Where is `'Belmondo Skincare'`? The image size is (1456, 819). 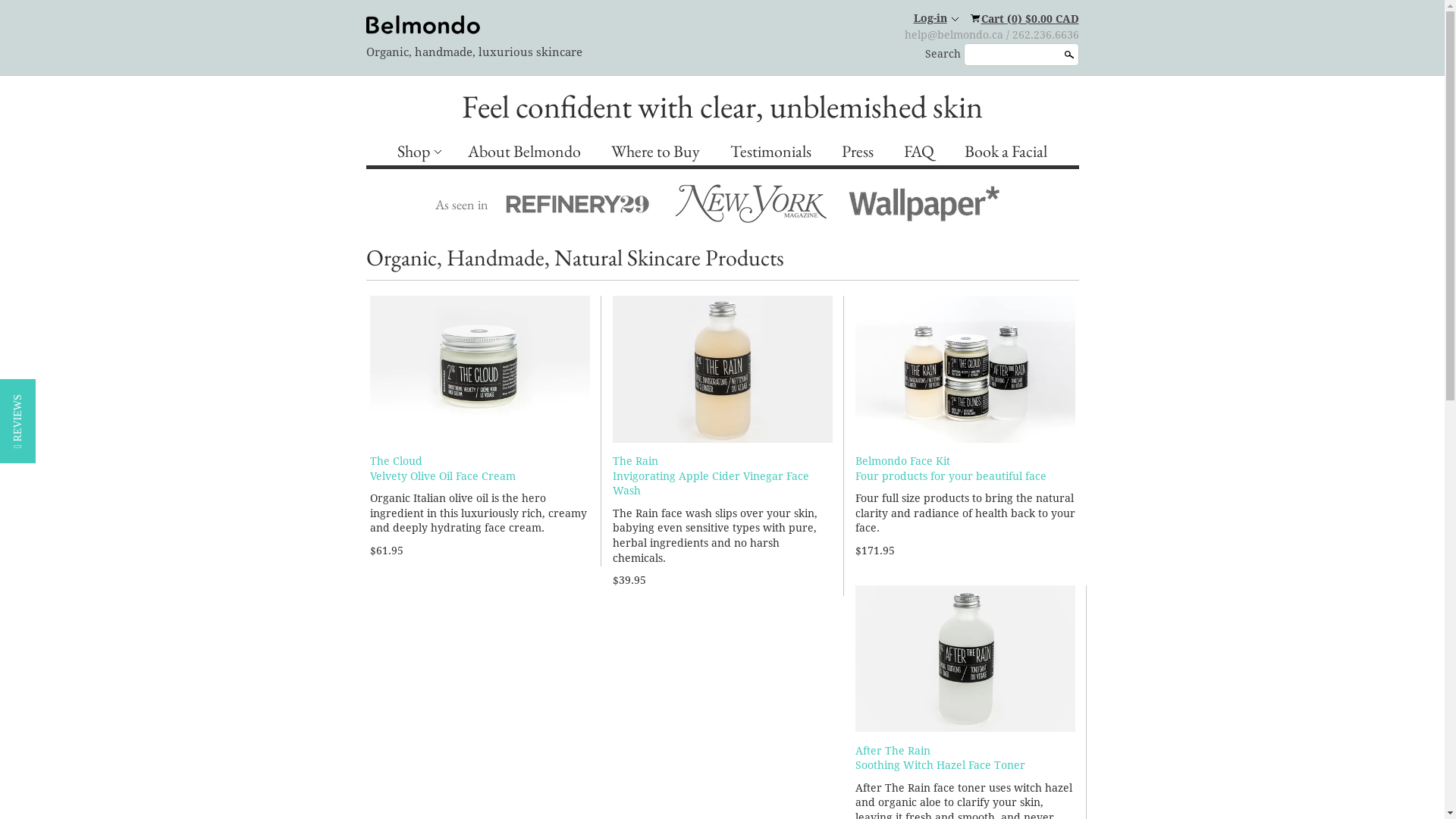 'Belmondo Skincare' is located at coordinates (365, 24).